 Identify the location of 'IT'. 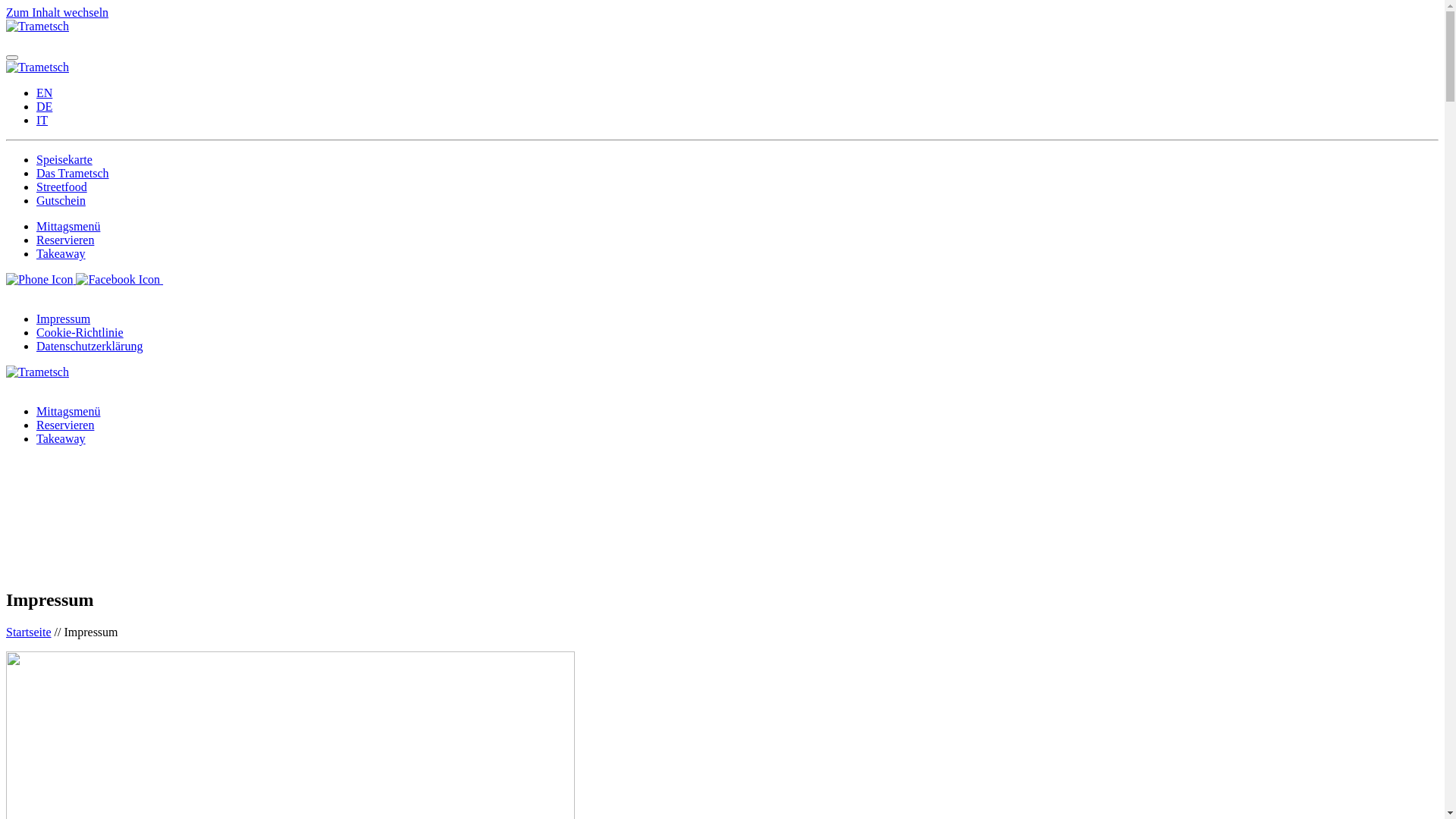
(36, 119).